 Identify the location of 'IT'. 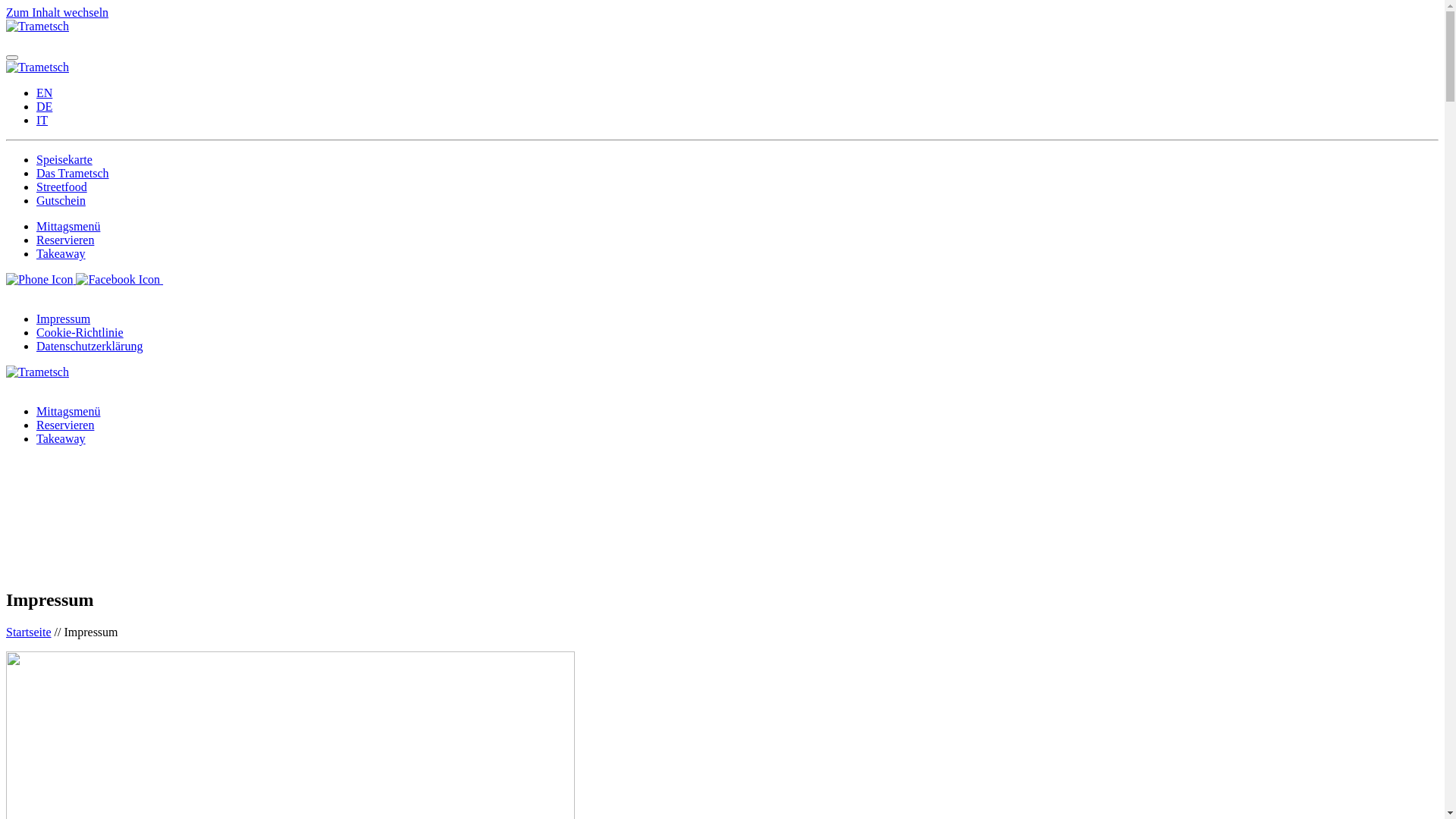
(36, 119).